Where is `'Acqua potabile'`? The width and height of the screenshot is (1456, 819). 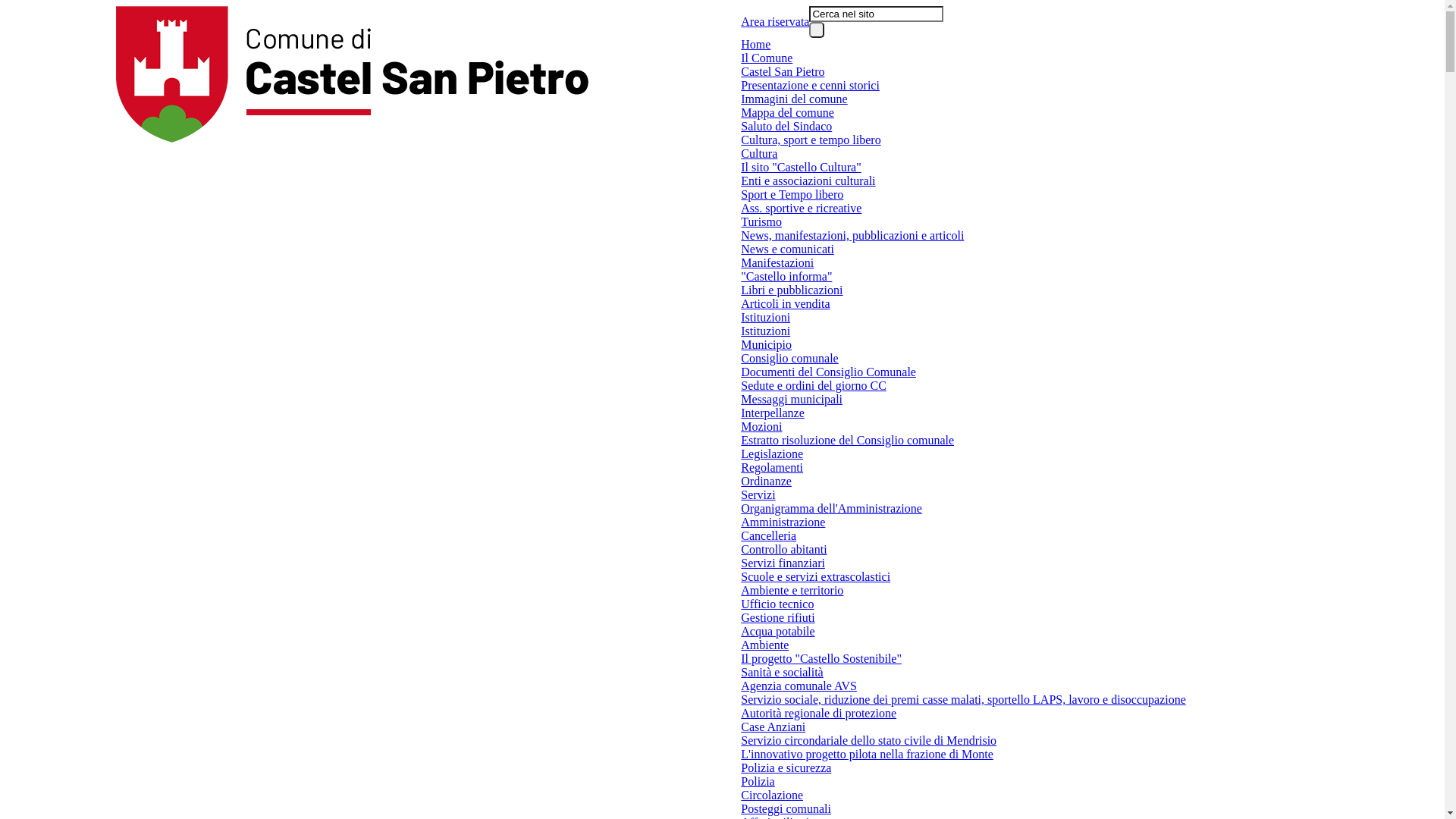
'Acqua potabile' is located at coordinates (777, 632).